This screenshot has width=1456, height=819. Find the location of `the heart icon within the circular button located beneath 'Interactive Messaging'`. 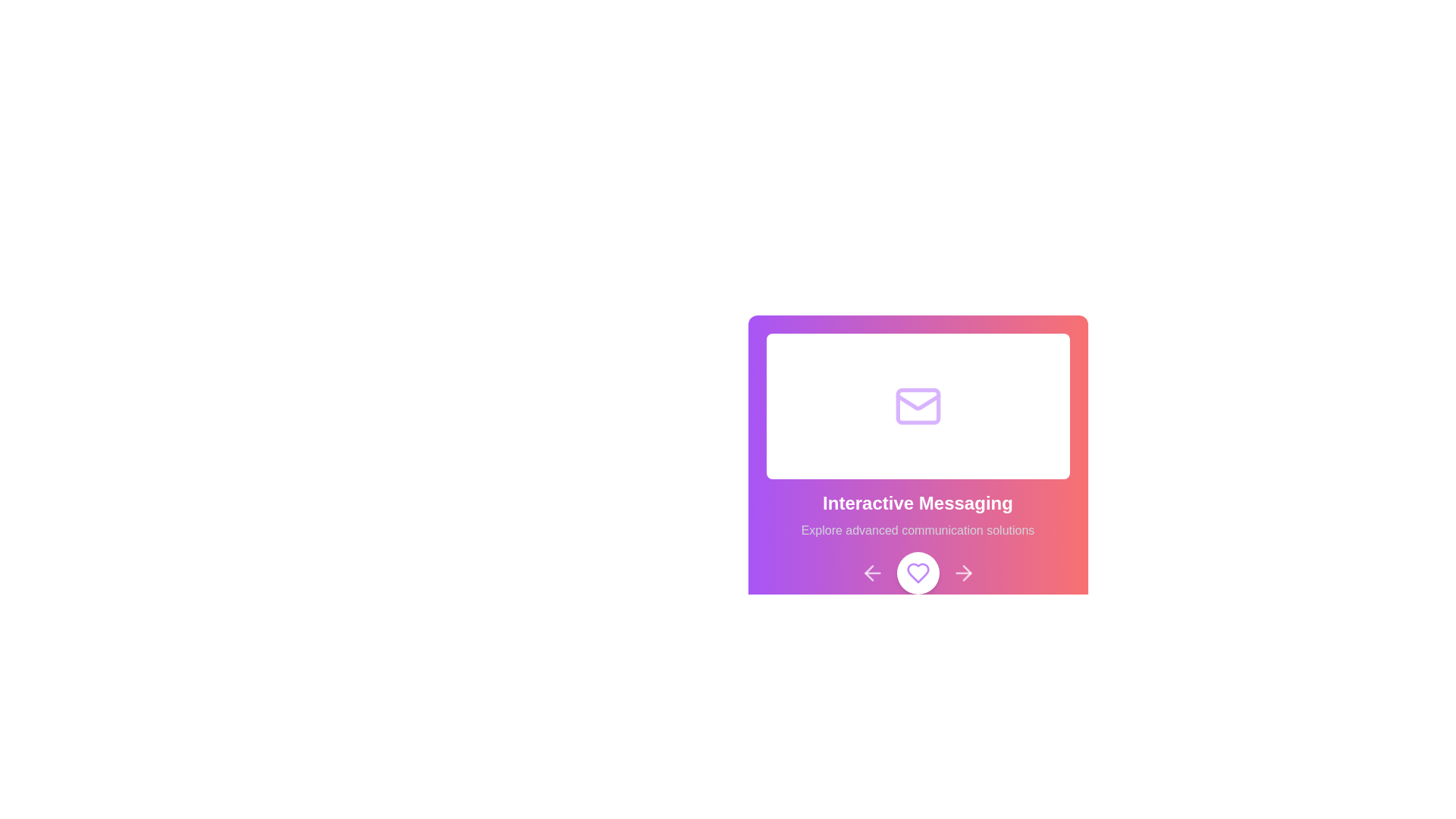

the heart icon within the circular button located beneath 'Interactive Messaging' is located at coordinates (917, 573).